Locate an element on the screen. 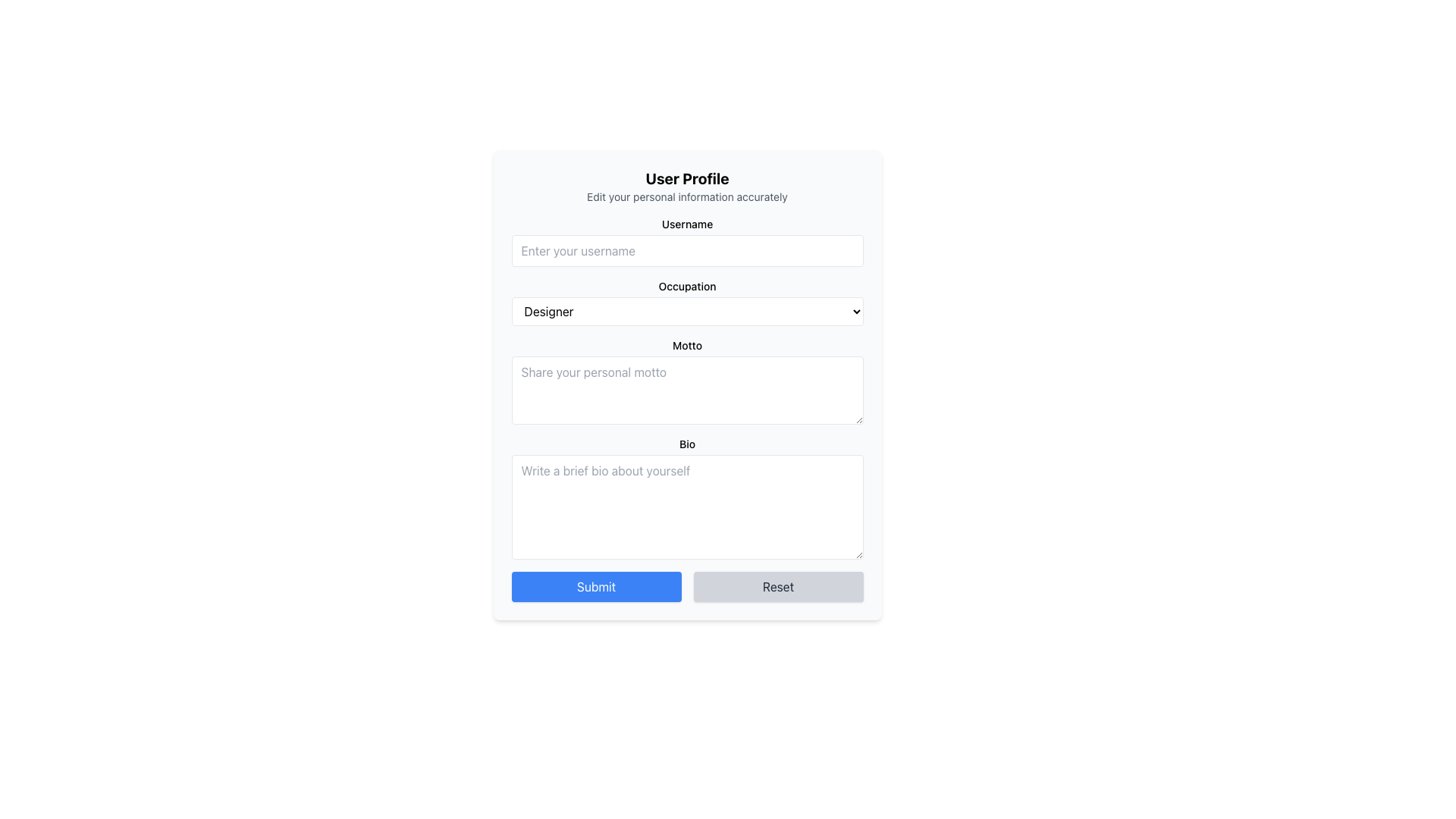 This screenshot has width=1456, height=819. the static text element providing guidance about the user profile form, located directly below the 'User Profile' header is located at coordinates (686, 196).